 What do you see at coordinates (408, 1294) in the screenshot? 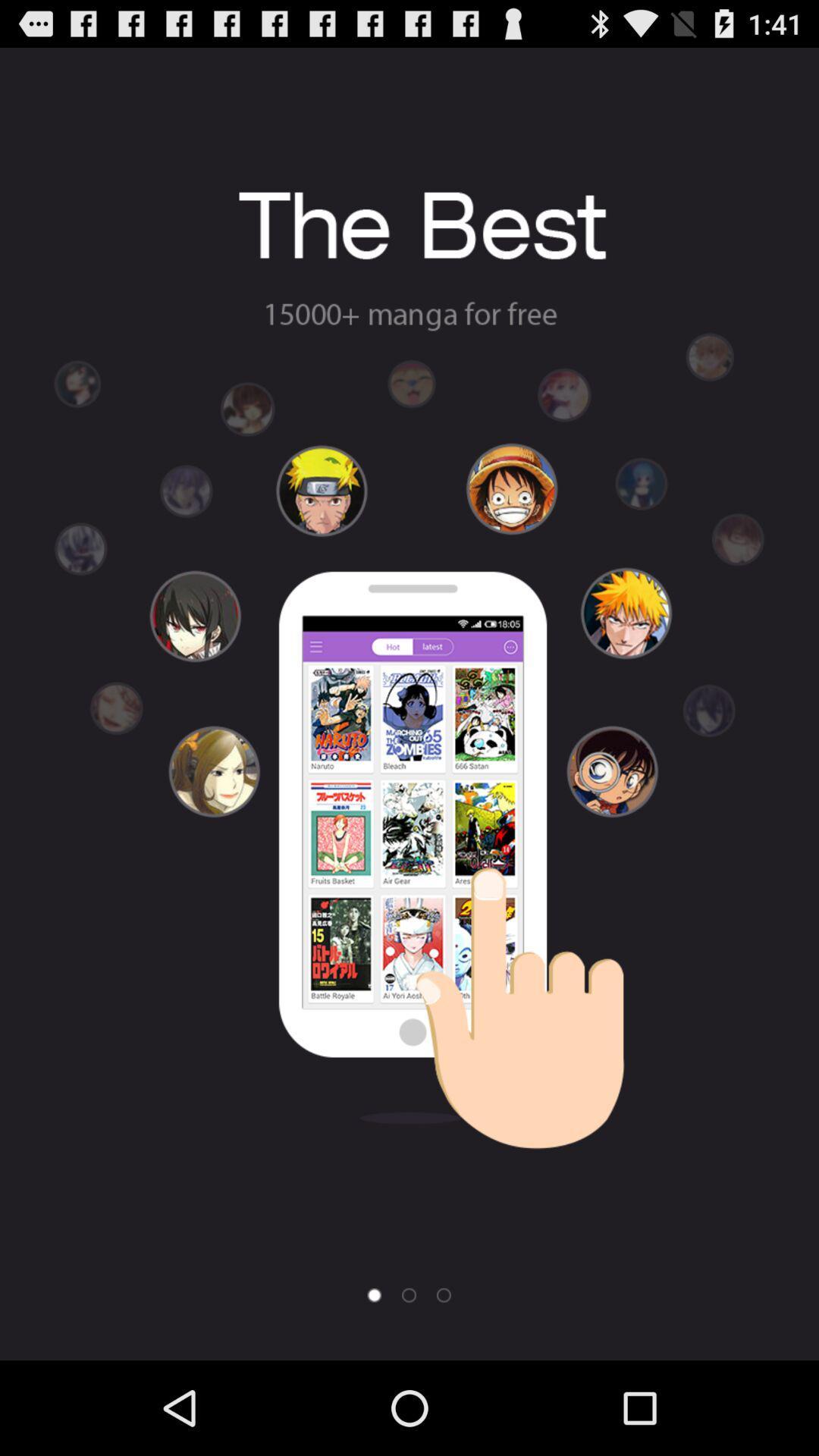
I see `screen next page button` at bounding box center [408, 1294].